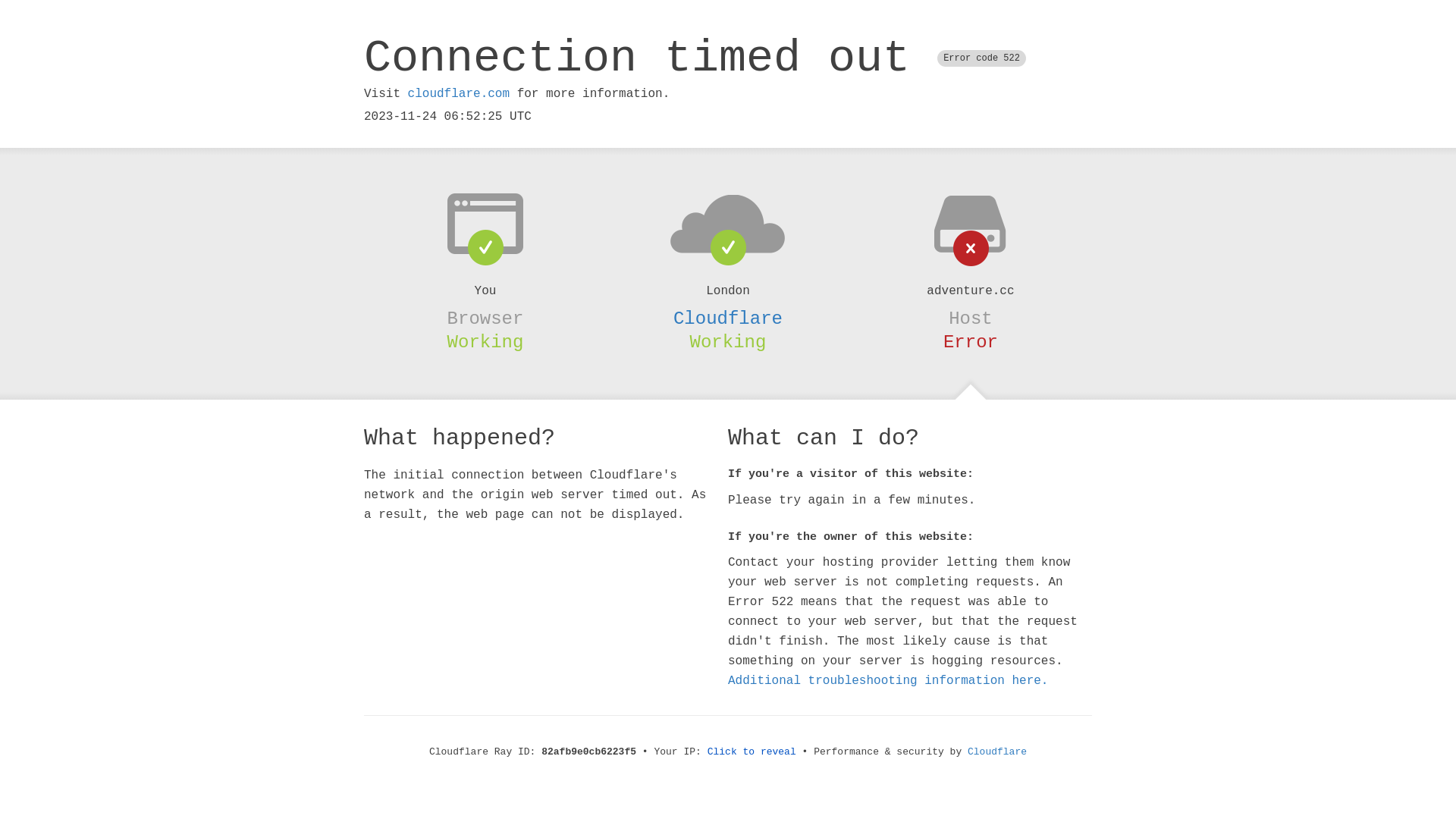 This screenshot has width=1456, height=819. Describe the element at coordinates (997, 752) in the screenshot. I see `'Cloudflare'` at that location.